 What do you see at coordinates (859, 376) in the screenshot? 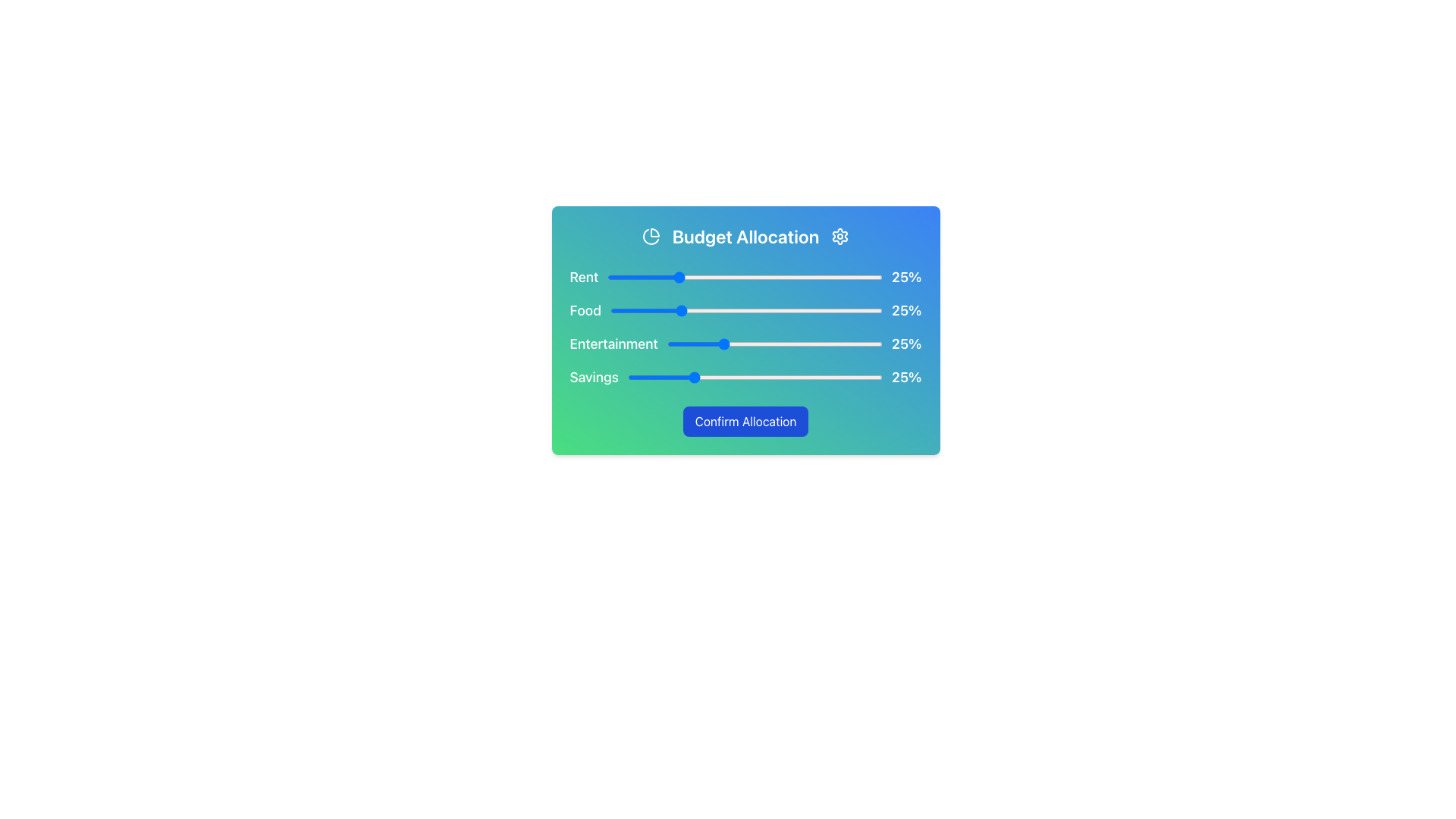
I see `the savings allocation` at bounding box center [859, 376].